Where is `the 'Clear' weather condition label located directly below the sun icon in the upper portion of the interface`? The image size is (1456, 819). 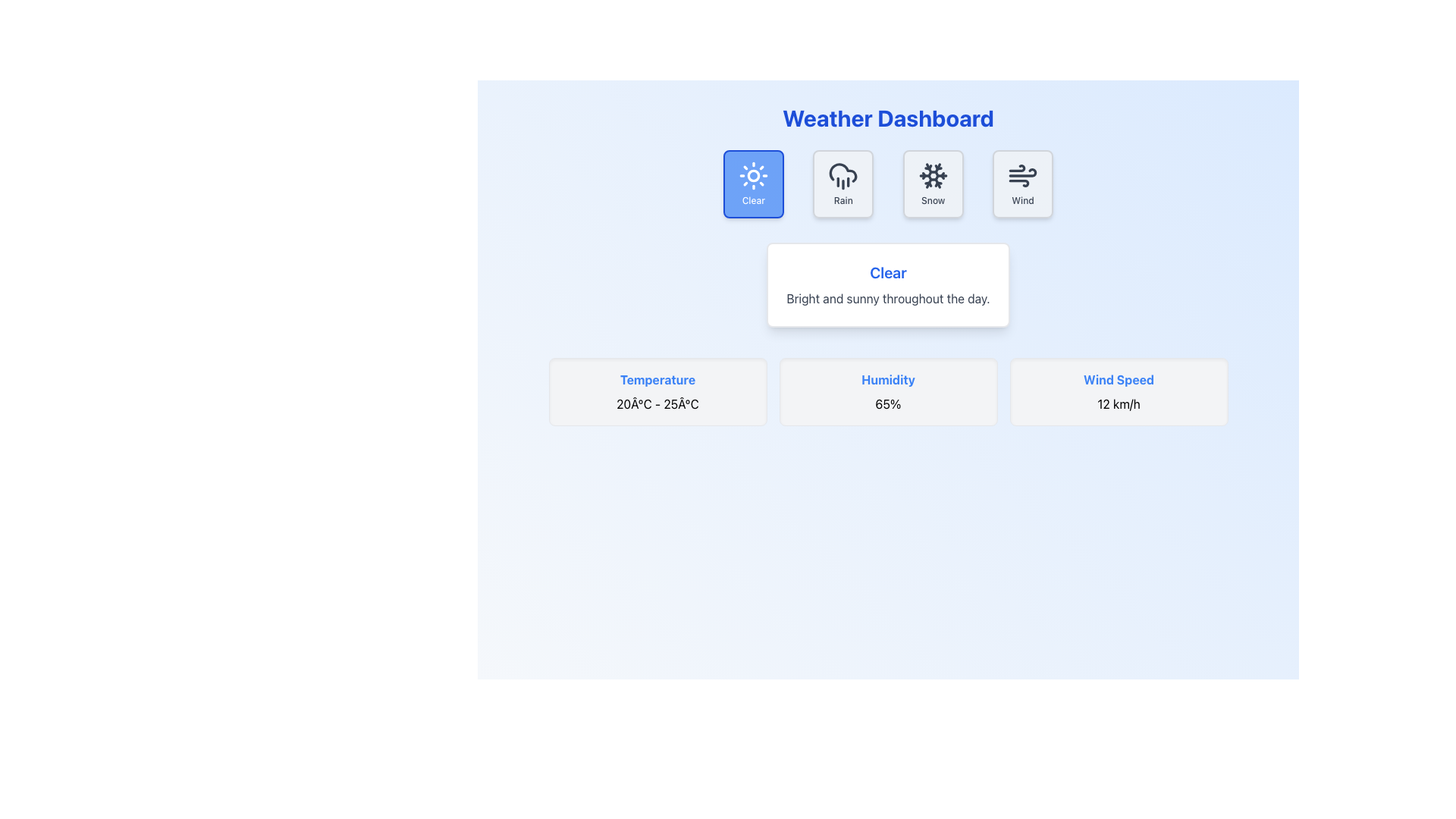
the 'Clear' weather condition label located directly below the sun icon in the upper portion of the interface is located at coordinates (753, 200).